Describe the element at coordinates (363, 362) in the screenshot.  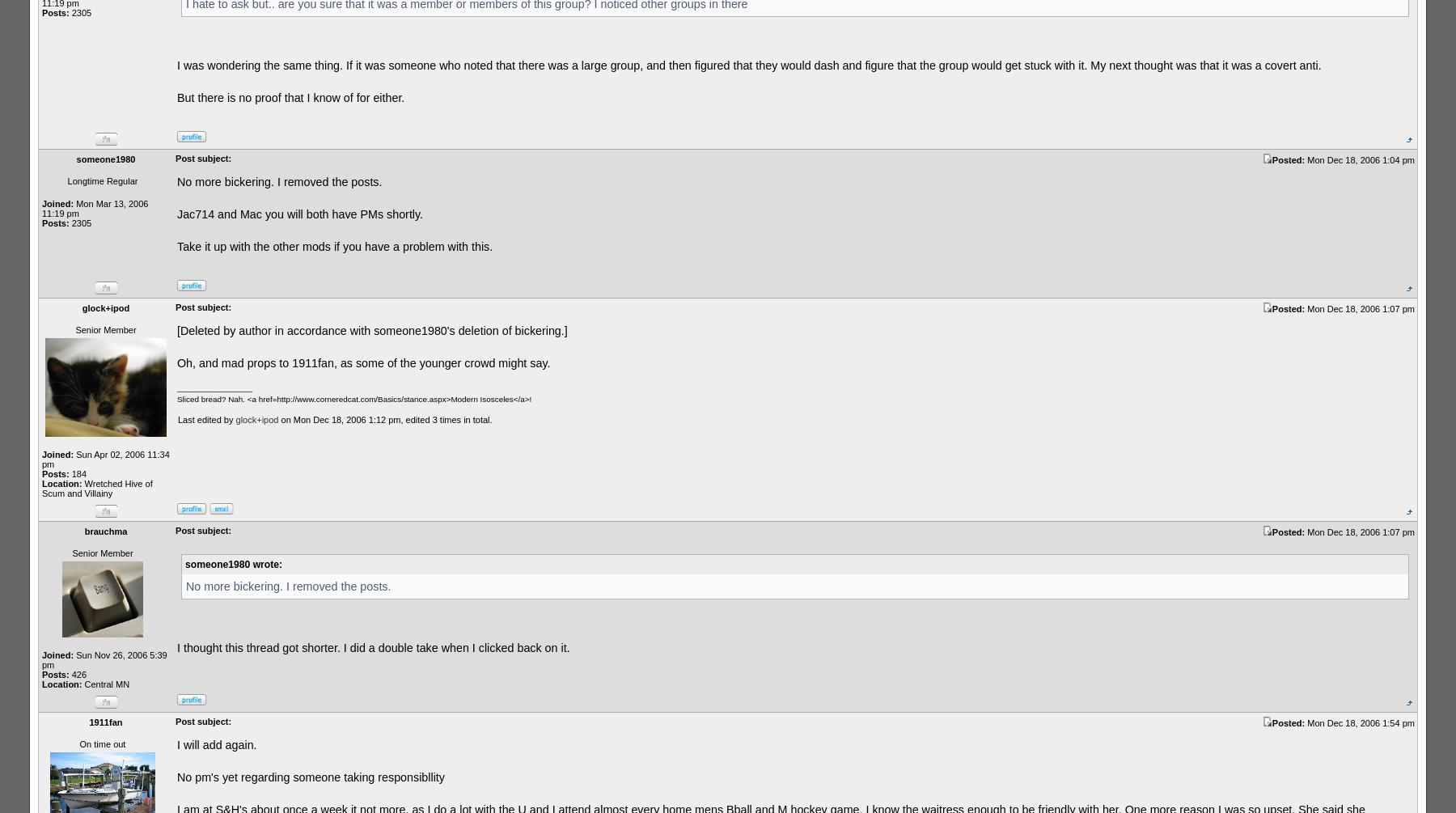
I see `'Oh, and mad props to 1911fan, as some of the younger crowd might say.'` at that location.